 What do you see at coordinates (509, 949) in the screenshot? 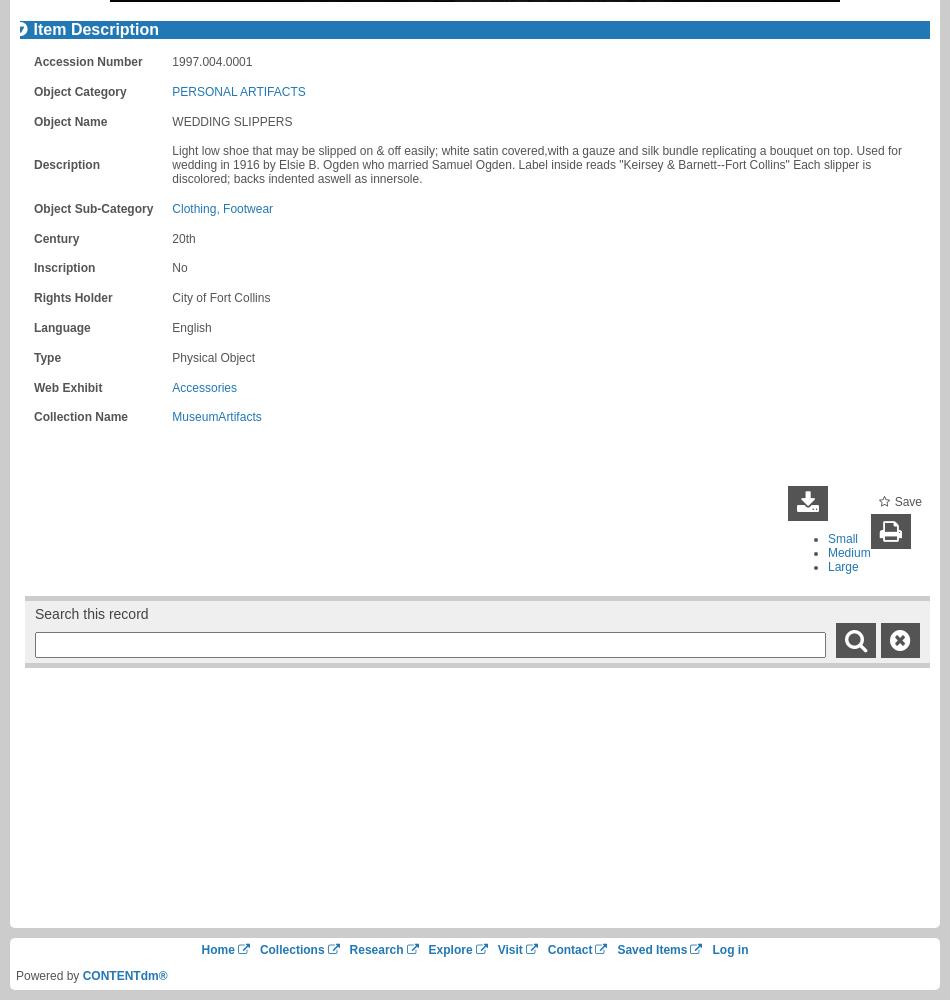
I see `'Visit'` at bounding box center [509, 949].